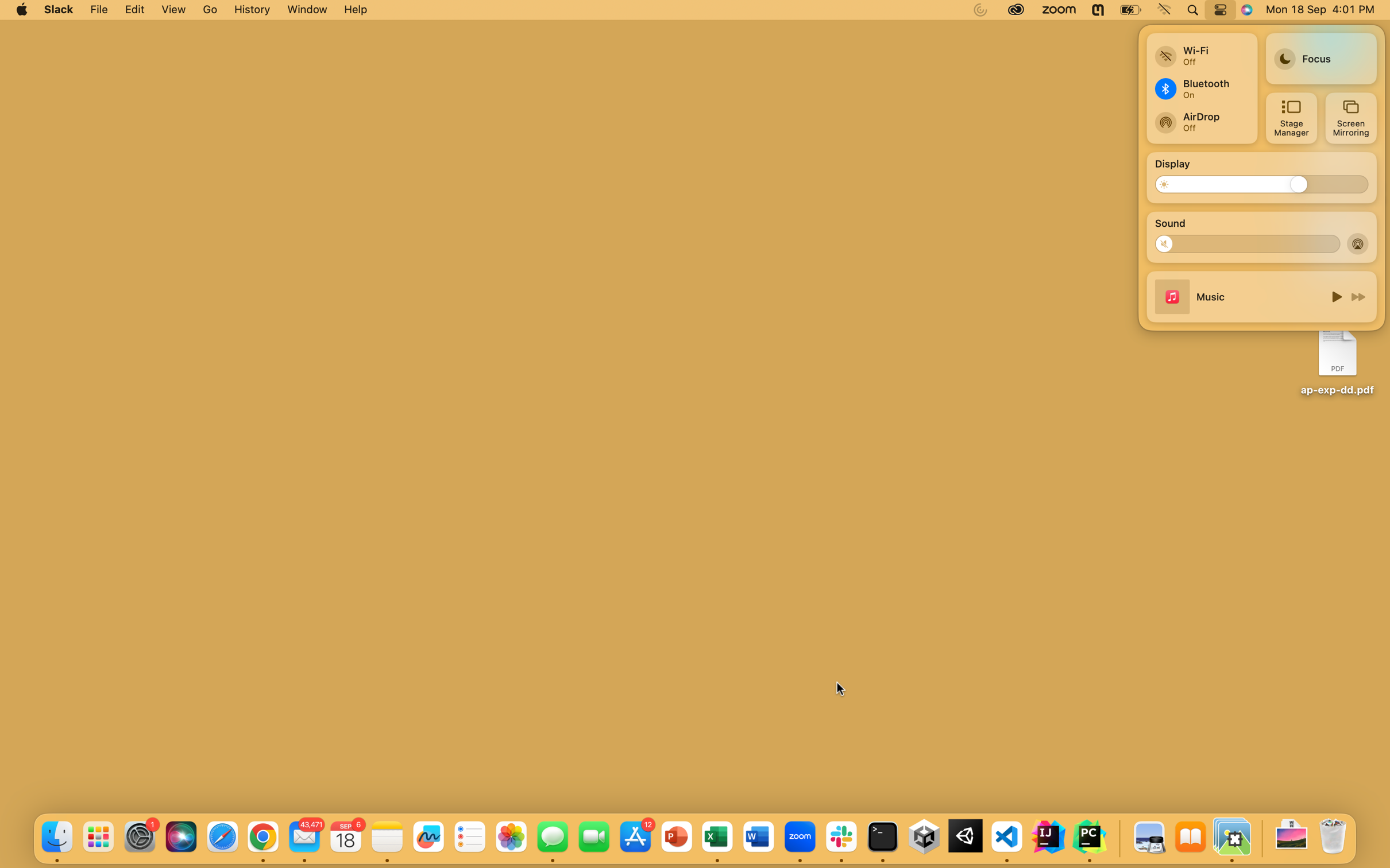 The width and height of the screenshot is (1390, 868). What do you see at coordinates (1169, 243) in the screenshot?
I see `the sound level` at bounding box center [1169, 243].